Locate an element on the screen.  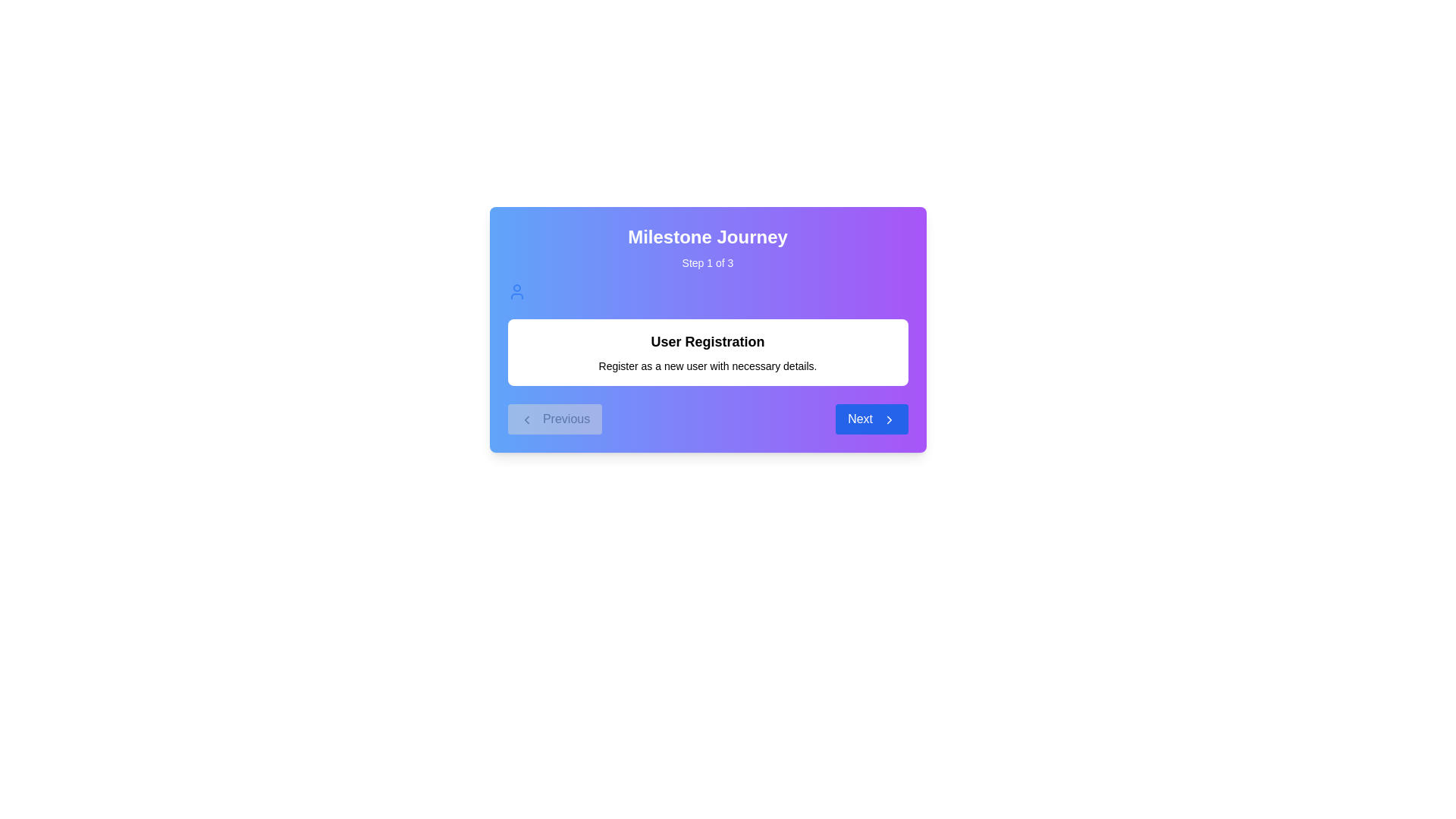
the left-pointing chevron icon inside the 'Previous' button located in the bottom-left corner of the interface is located at coordinates (526, 419).